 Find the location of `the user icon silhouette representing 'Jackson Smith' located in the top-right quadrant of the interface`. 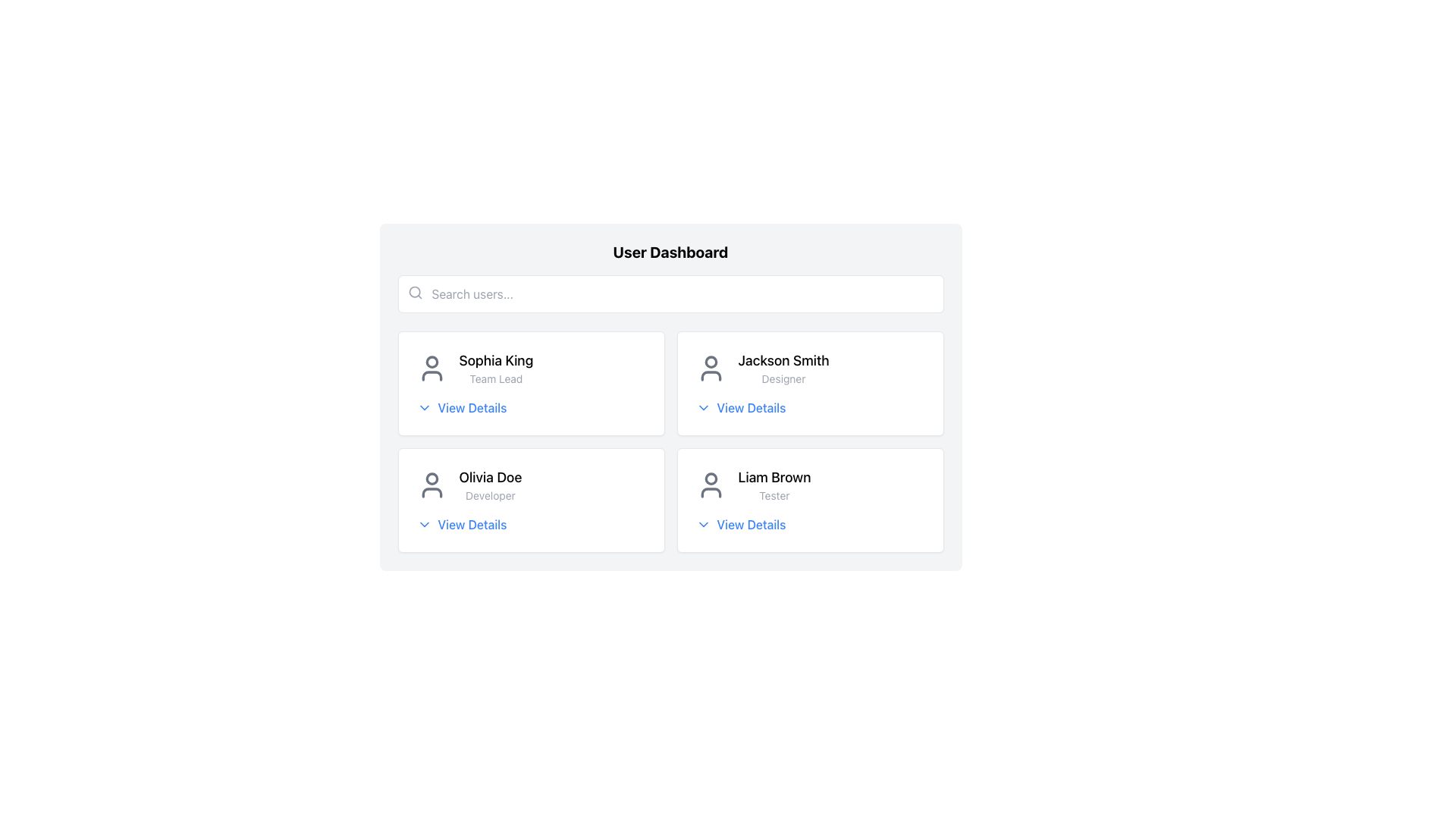

the user icon silhouette representing 'Jackson Smith' located in the top-right quadrant of the interface is located at coordinates (710, 375).